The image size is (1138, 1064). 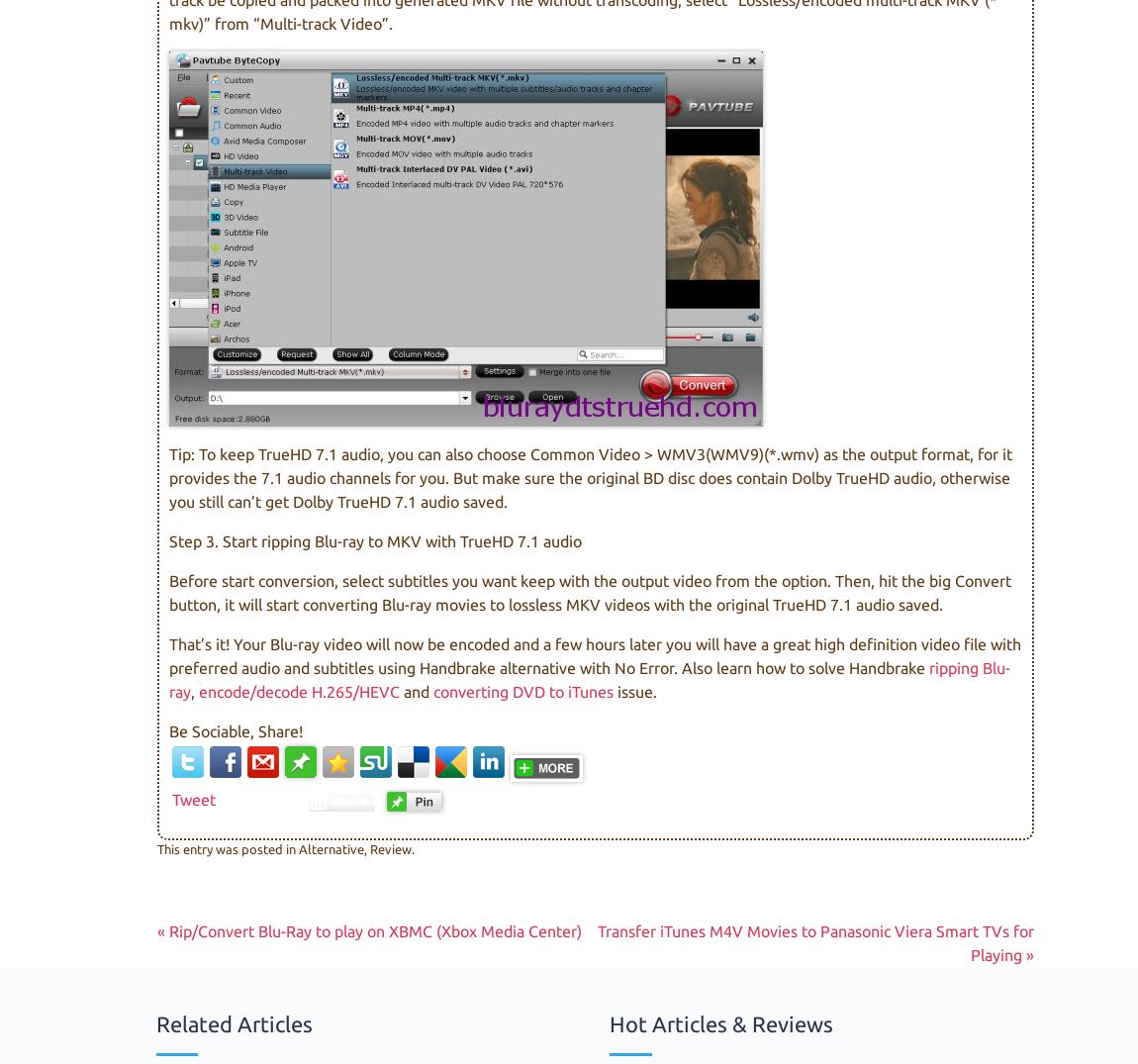 I want to click on 'converting DVD to iTunes', so click(x=433, y=690).